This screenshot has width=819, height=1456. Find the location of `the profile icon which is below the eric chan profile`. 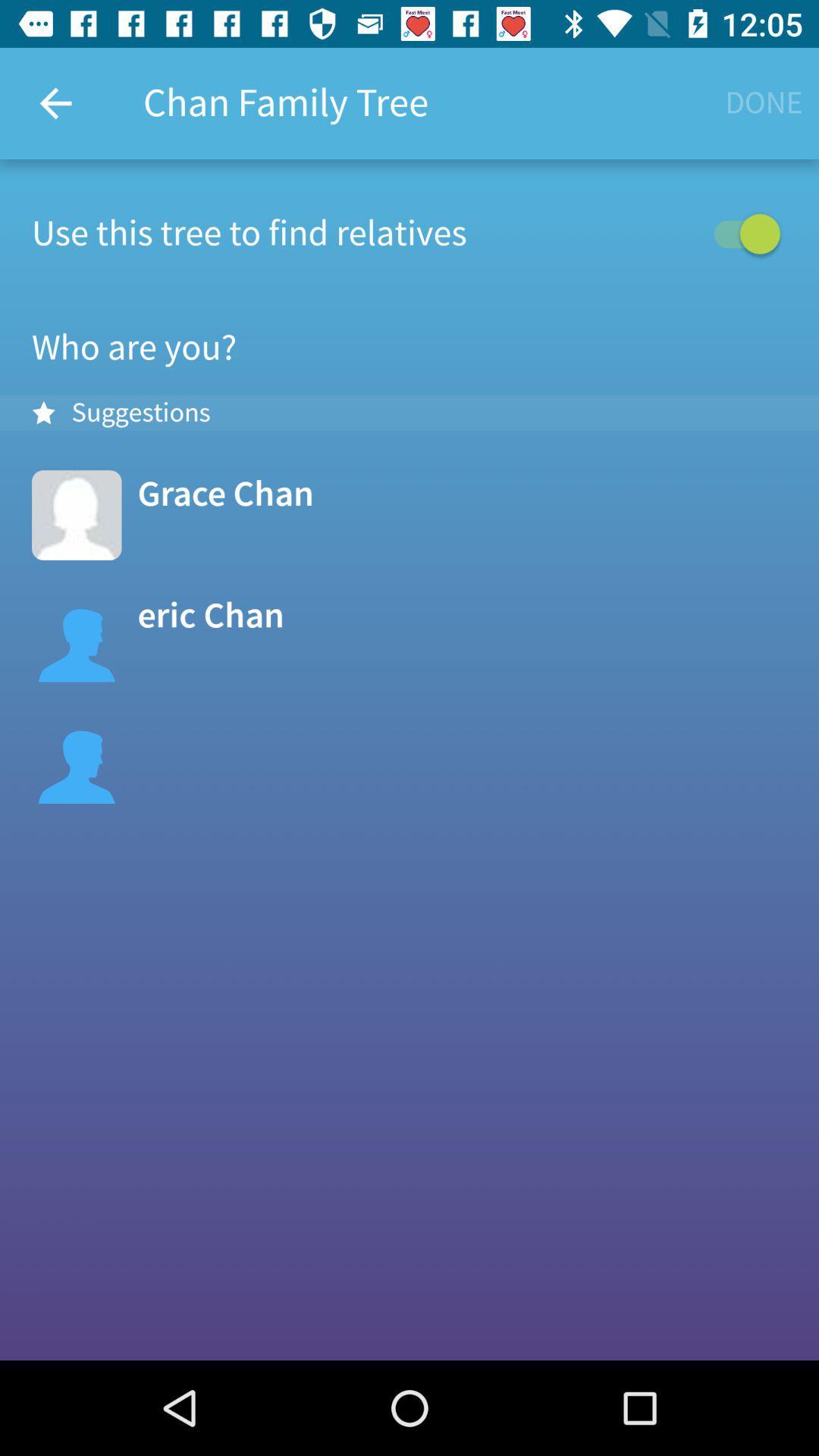

the profile icon which is below the eric chan profile is located at coordinates (77, 758).